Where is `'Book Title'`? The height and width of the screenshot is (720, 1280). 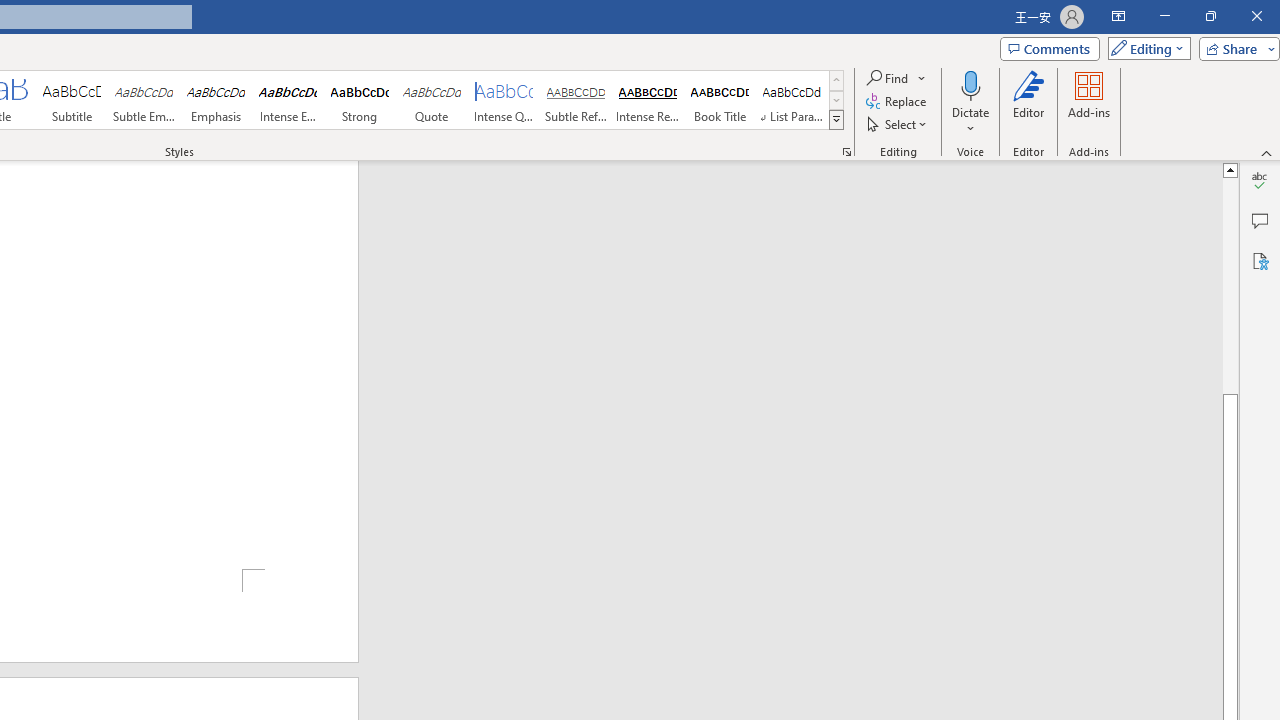
'Book Title' is located at coordinates (720, 100).